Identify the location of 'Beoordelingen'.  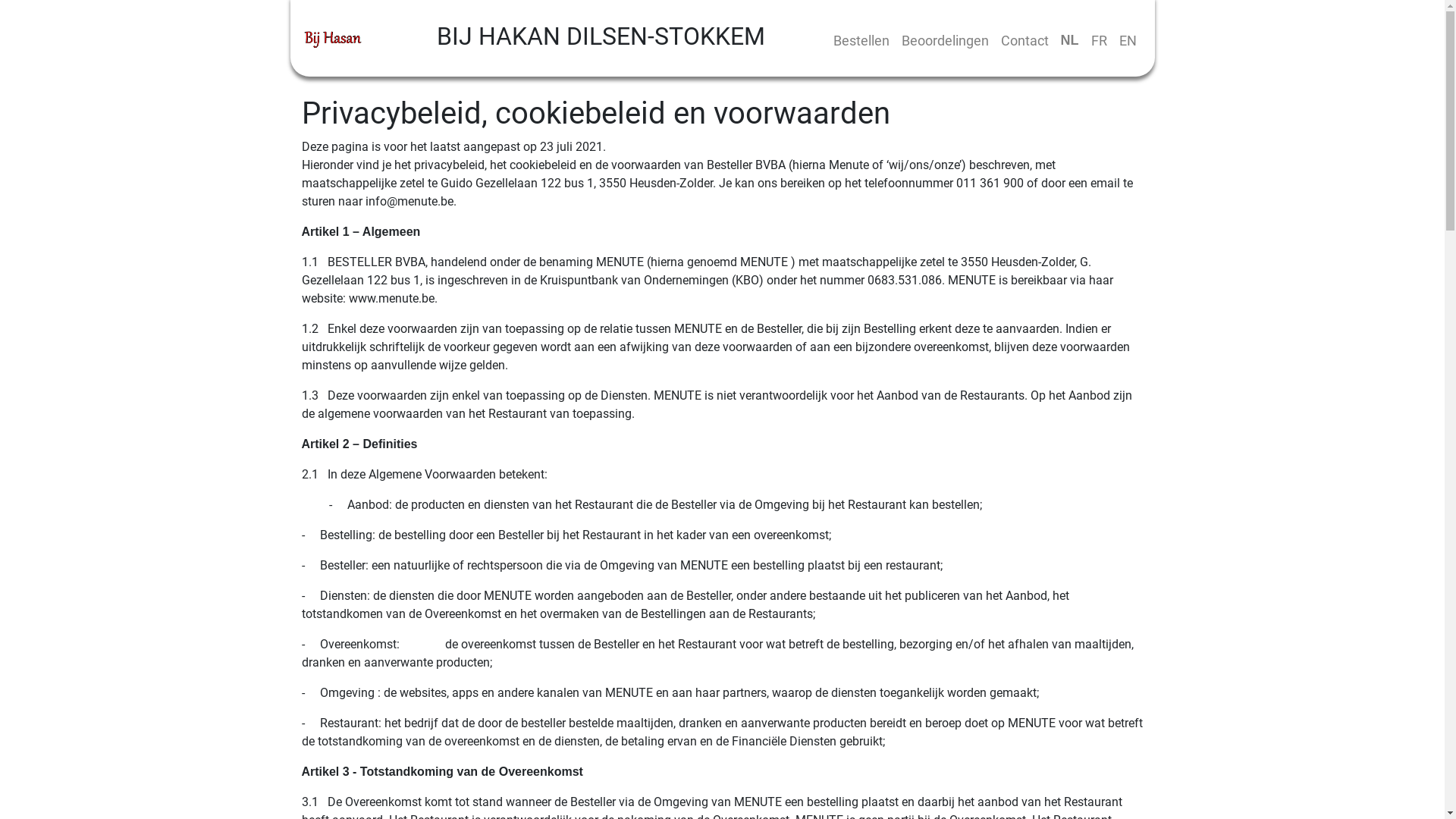
(943, 39).